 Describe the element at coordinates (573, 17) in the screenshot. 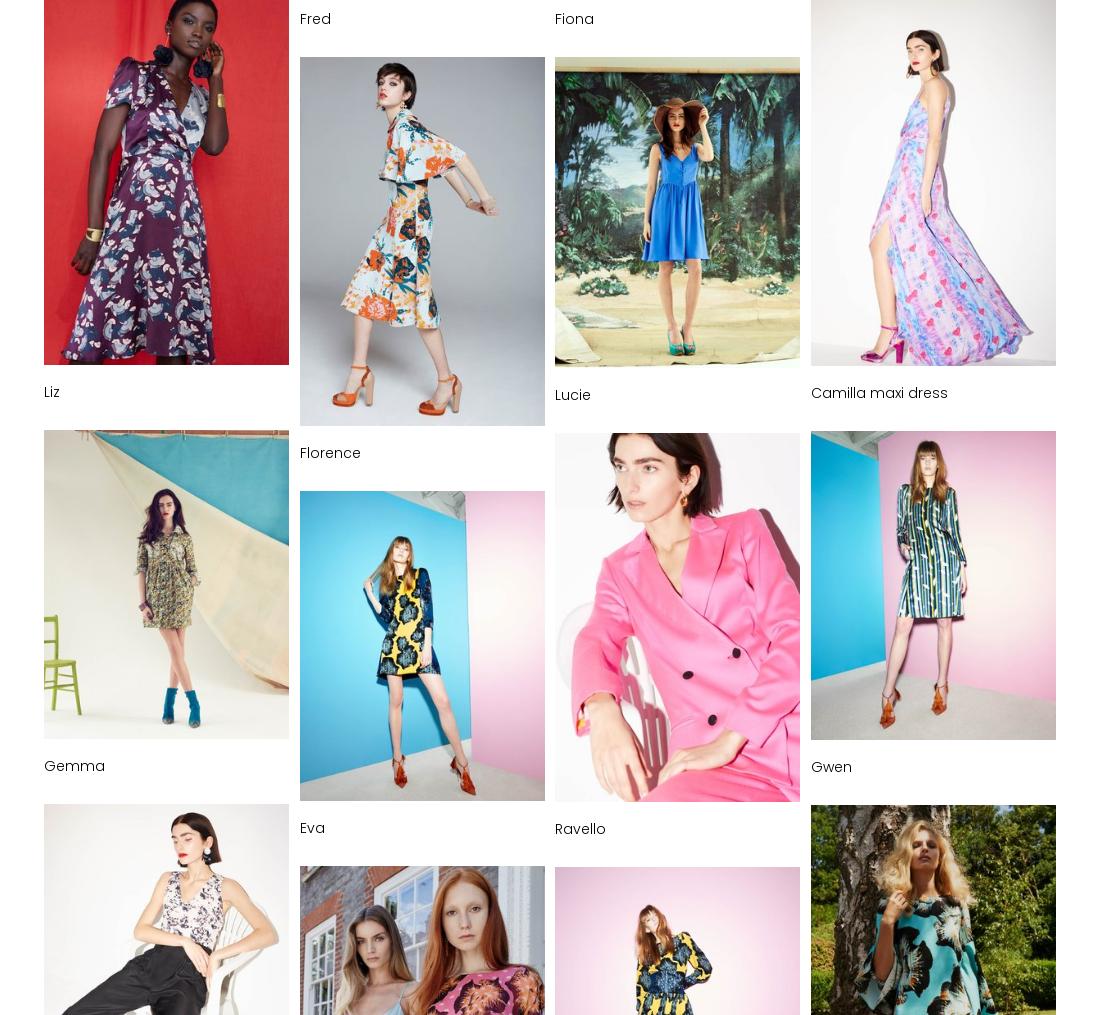

I see `'Fiona'` at that location.